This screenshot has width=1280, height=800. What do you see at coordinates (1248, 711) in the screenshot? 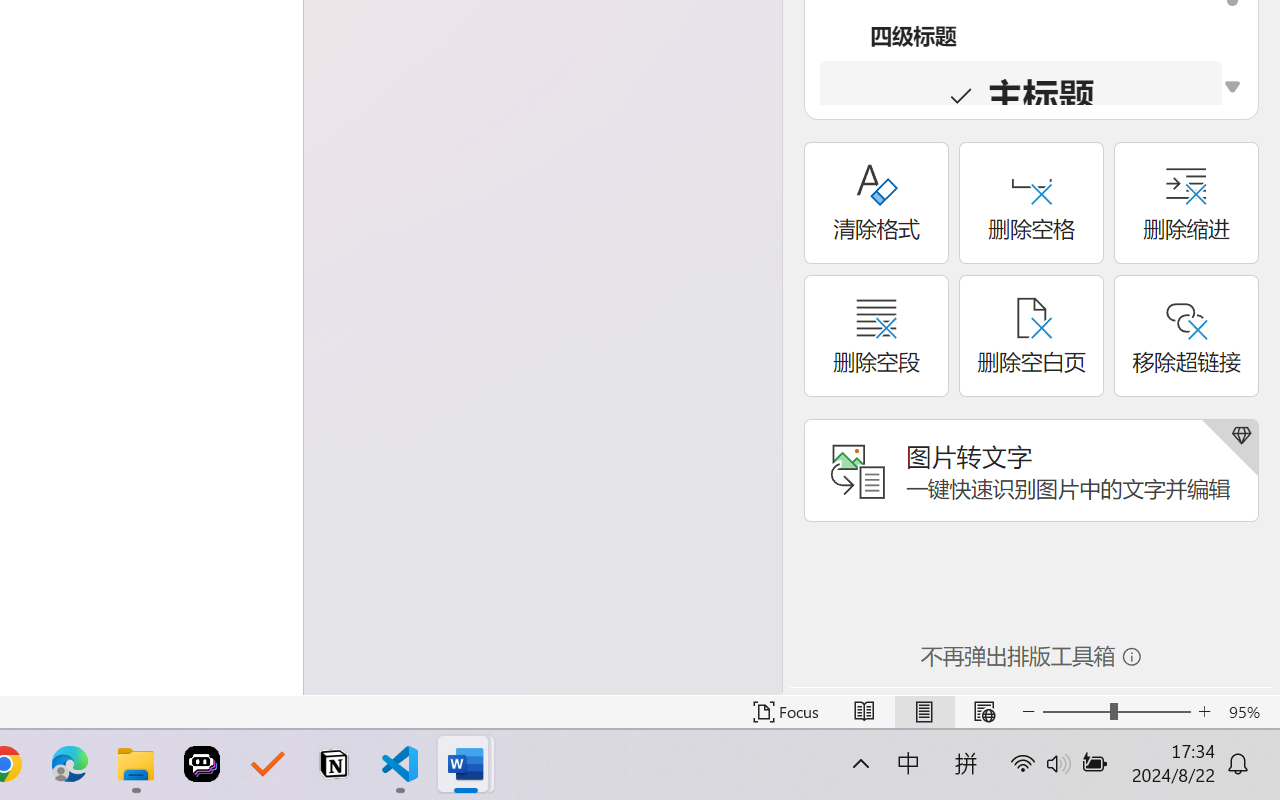
I see `'Zoom 95%'` at bounding box center [1248, 711].